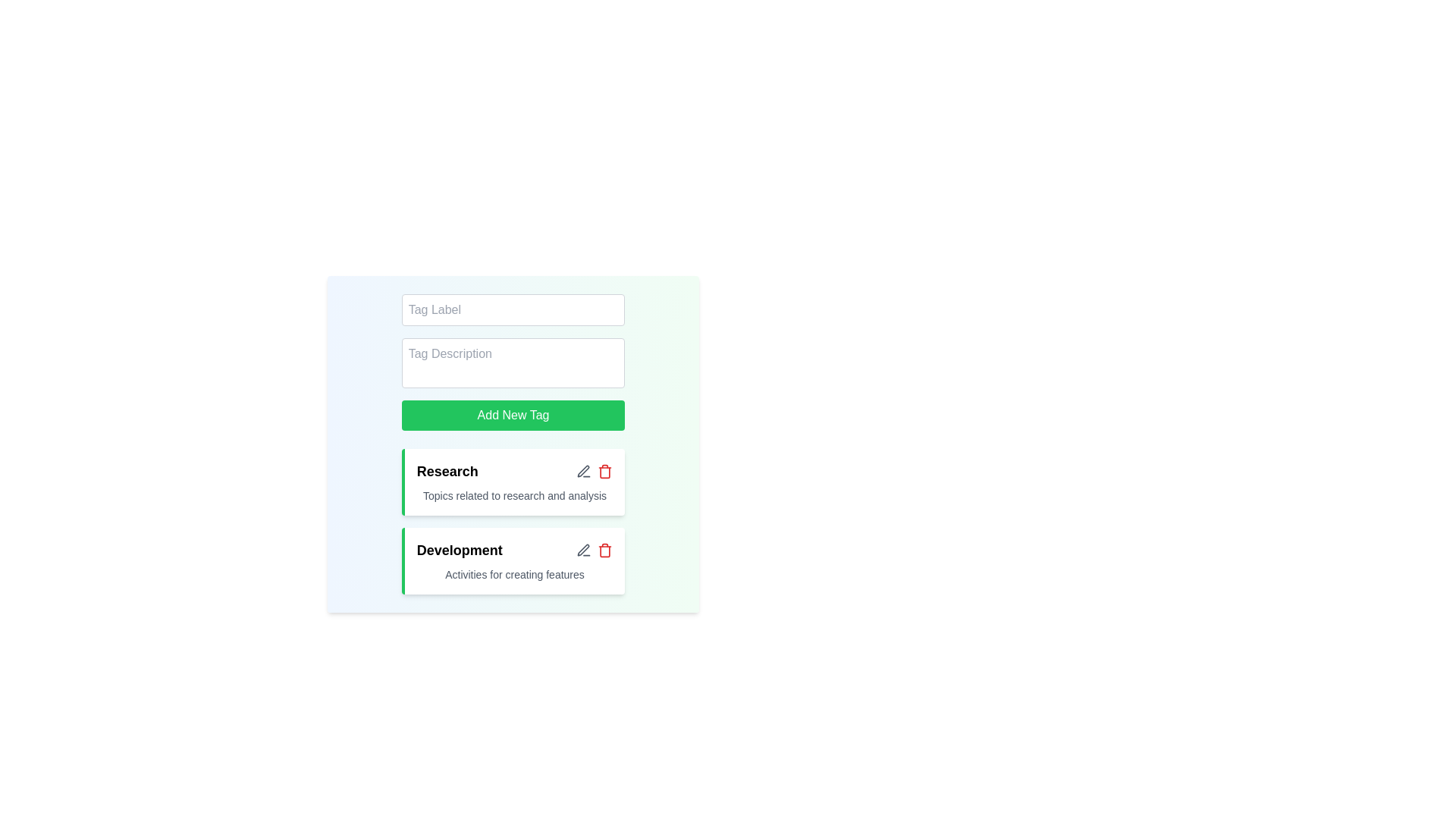  What do you see at coordinates (582, 550) in the screenshot?
I see `the gray pencil-shaped edit icon located at the right end of the 'Development' card section, which is next to the red trash icon` at bounding box center [582, 550].